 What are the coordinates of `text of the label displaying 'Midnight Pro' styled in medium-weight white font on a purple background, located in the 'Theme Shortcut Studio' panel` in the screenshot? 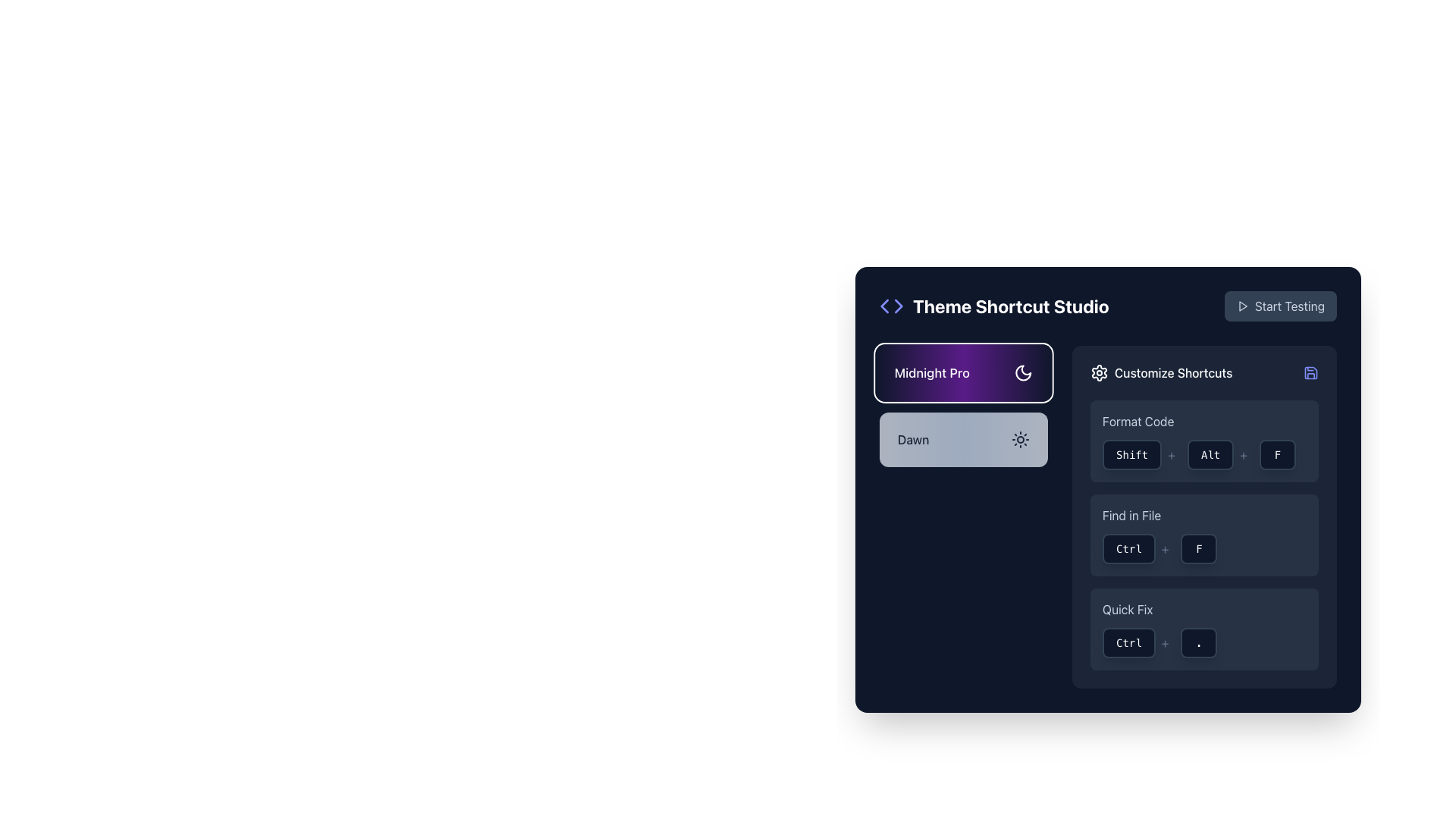 It's located at (931, 373).